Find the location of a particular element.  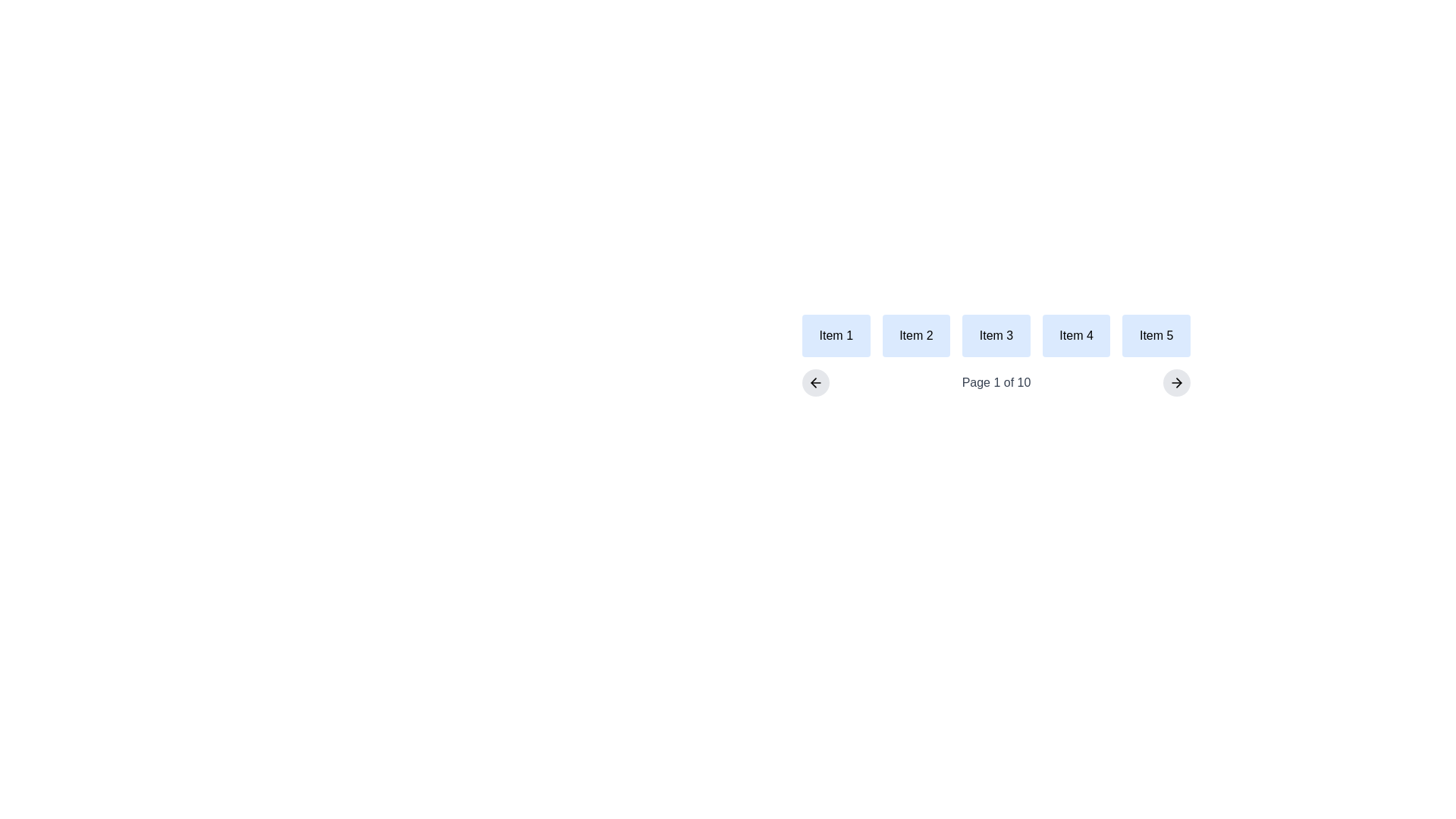

the leftward-pointing arrow icon, which is outlined and located in the lower left side of the navigation bar, before the numbered items and pagination text is located at coordinates (813, 382).